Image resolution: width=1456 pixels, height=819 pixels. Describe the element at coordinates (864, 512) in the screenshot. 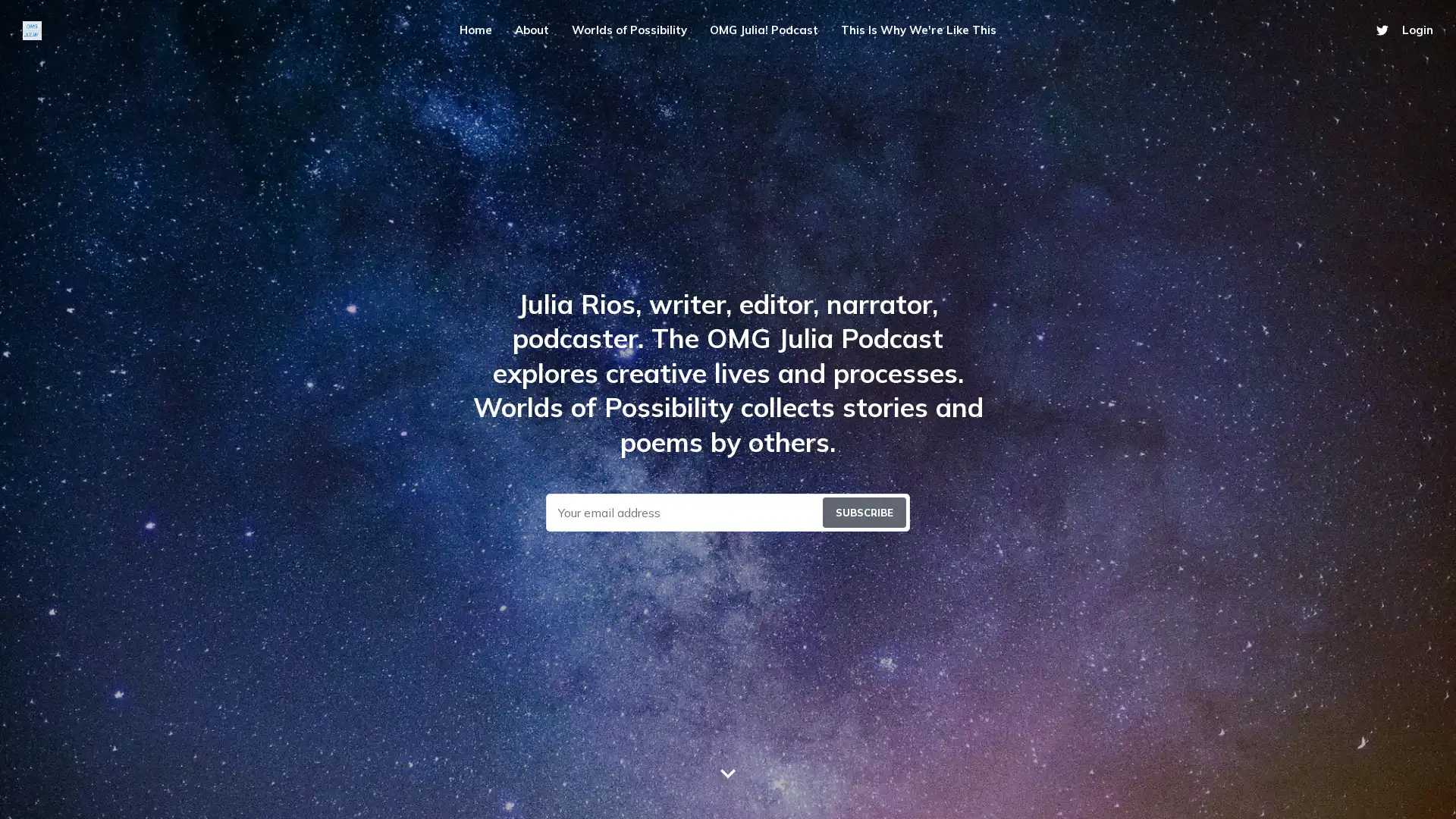

I see `Submit` at that location.